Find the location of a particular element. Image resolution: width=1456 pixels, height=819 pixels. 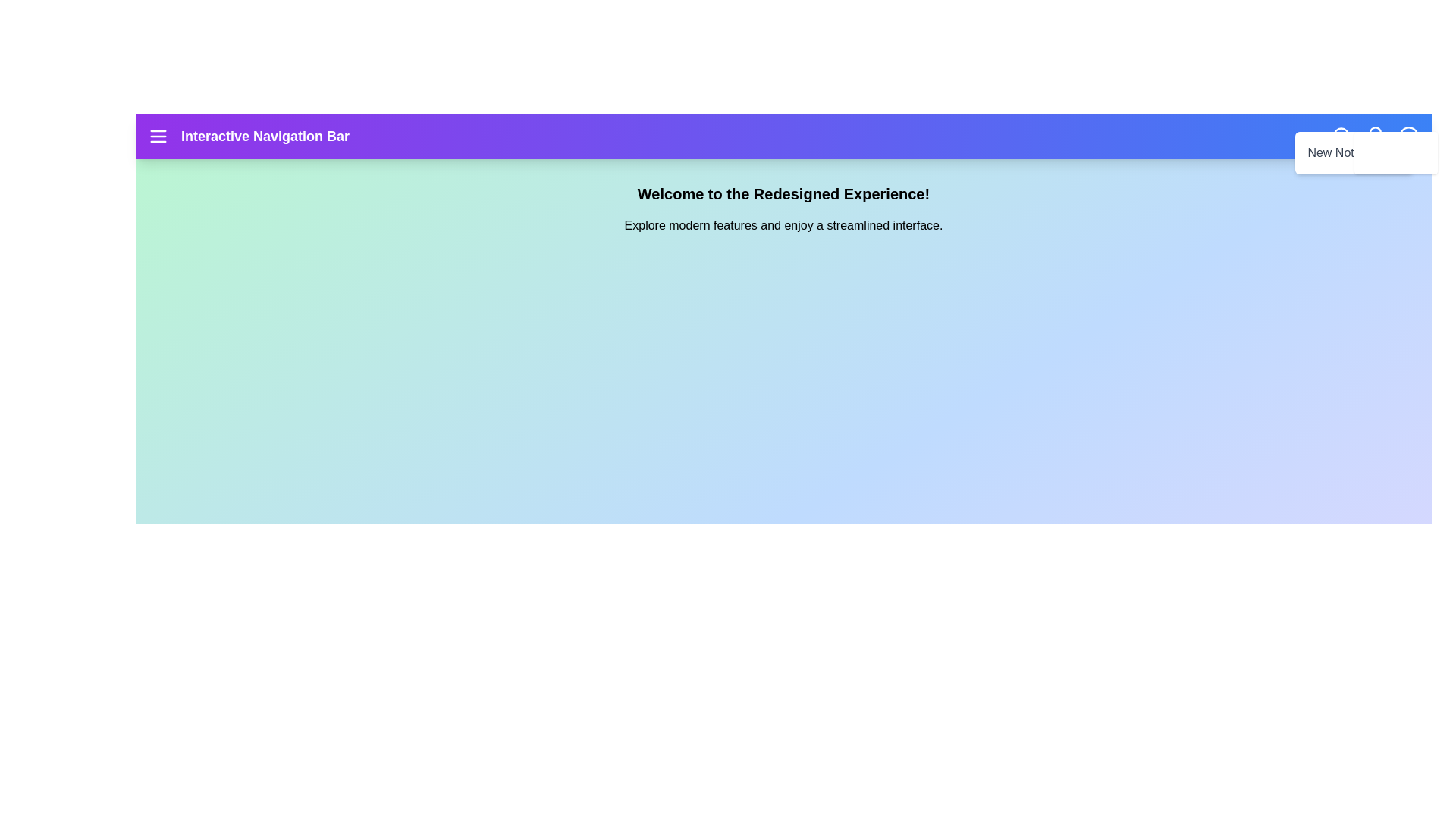

the navigation menu icon to toggle the menu is located at coordinates (158, 136).